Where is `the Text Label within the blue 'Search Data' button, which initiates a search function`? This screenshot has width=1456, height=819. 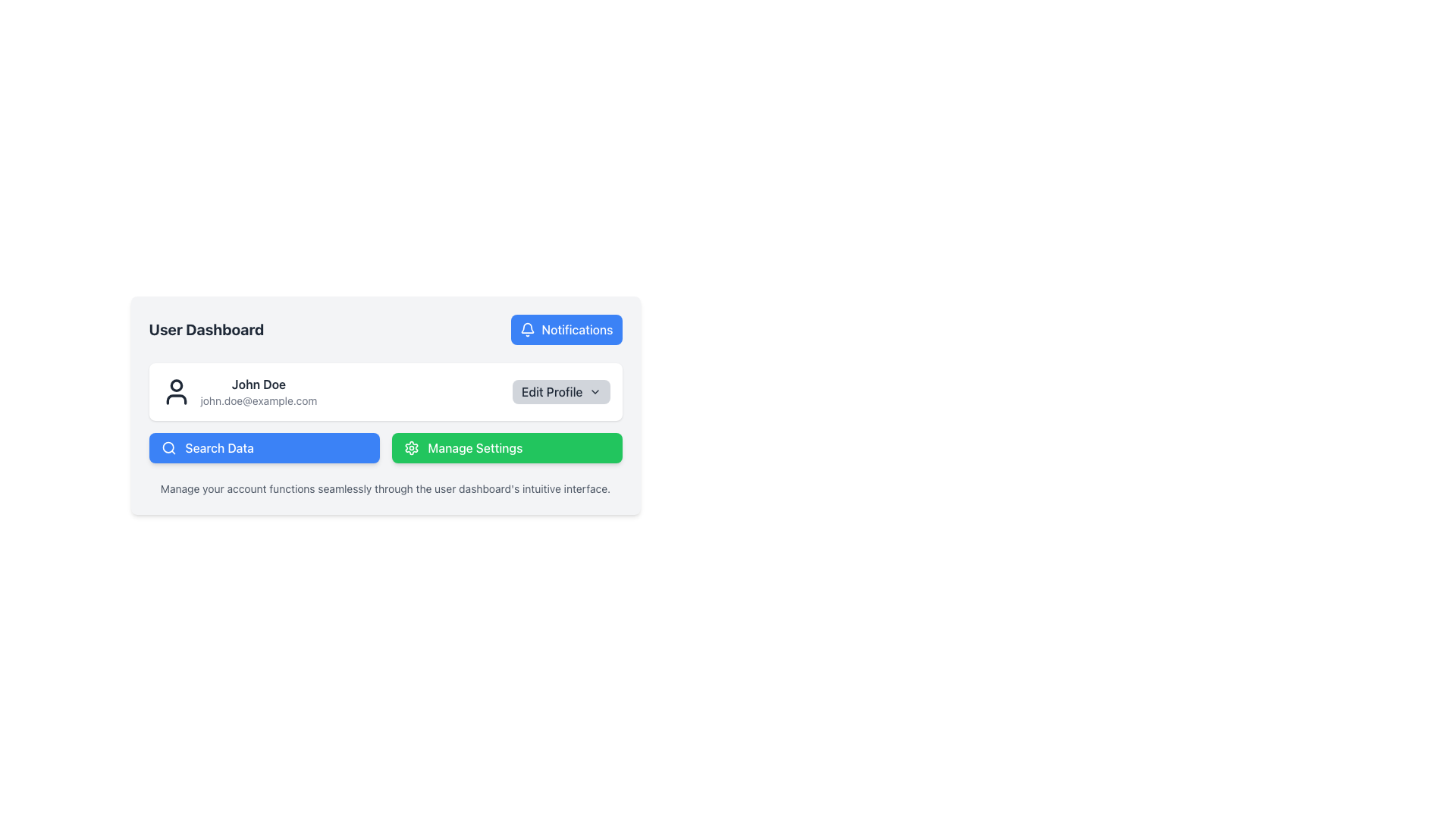
the Text Label within the blue 'Search Data' button, which initiates a search function is located at coordinates (218, 447).